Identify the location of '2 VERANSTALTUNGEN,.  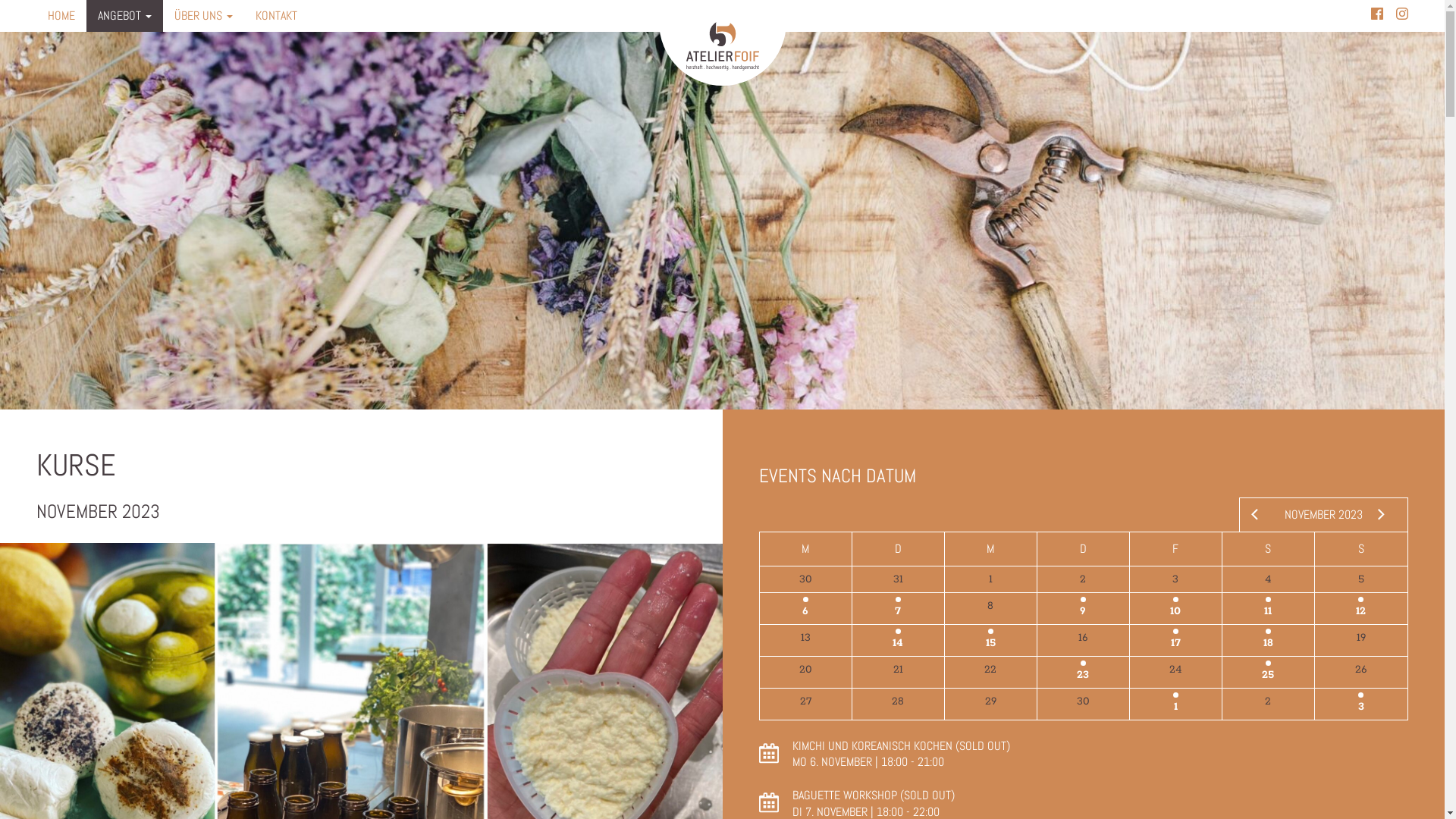
(1313, 607).